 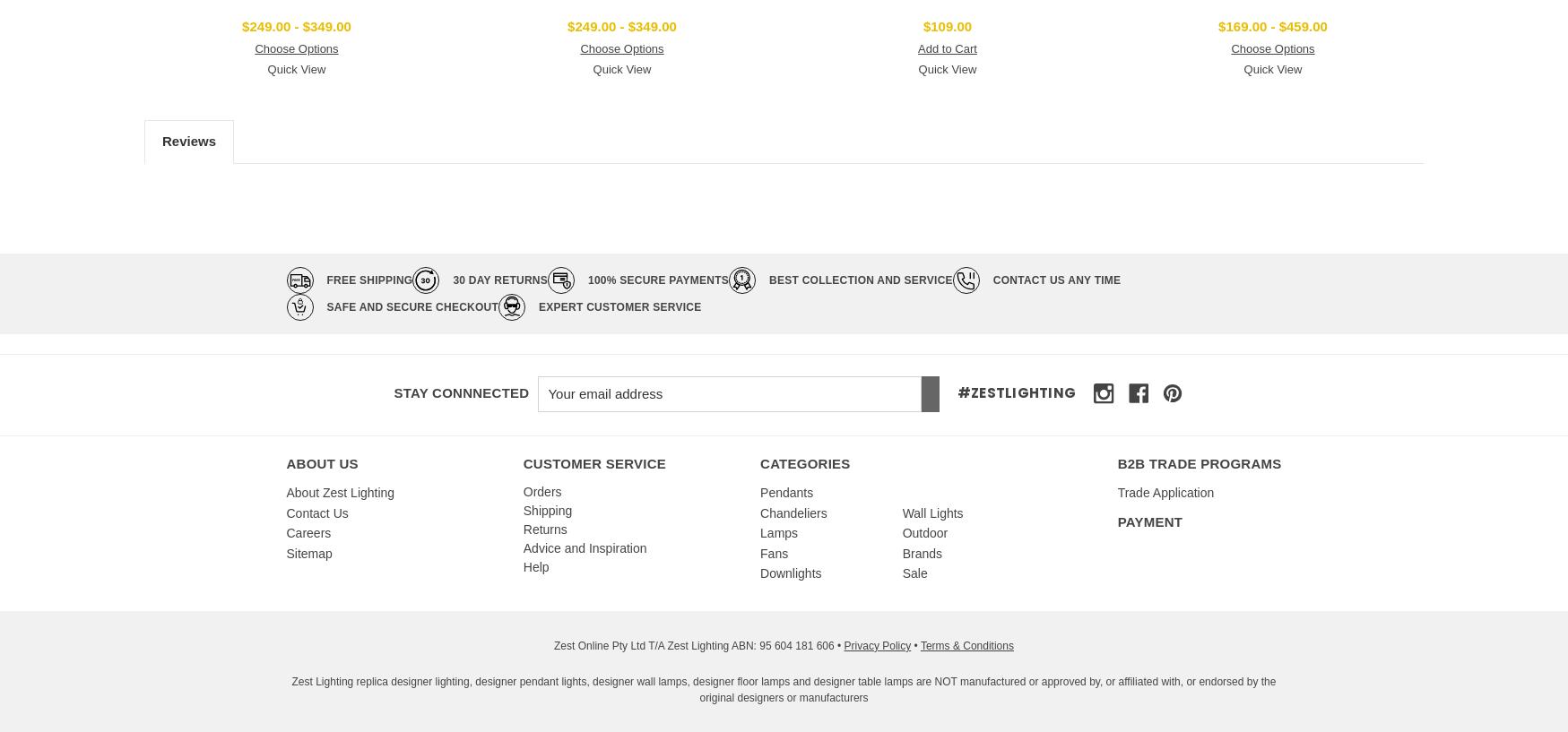 What do you see at coordinates (285, 533) in the screenshot?
I see `'Careers'` at bounding box center [285, 533].